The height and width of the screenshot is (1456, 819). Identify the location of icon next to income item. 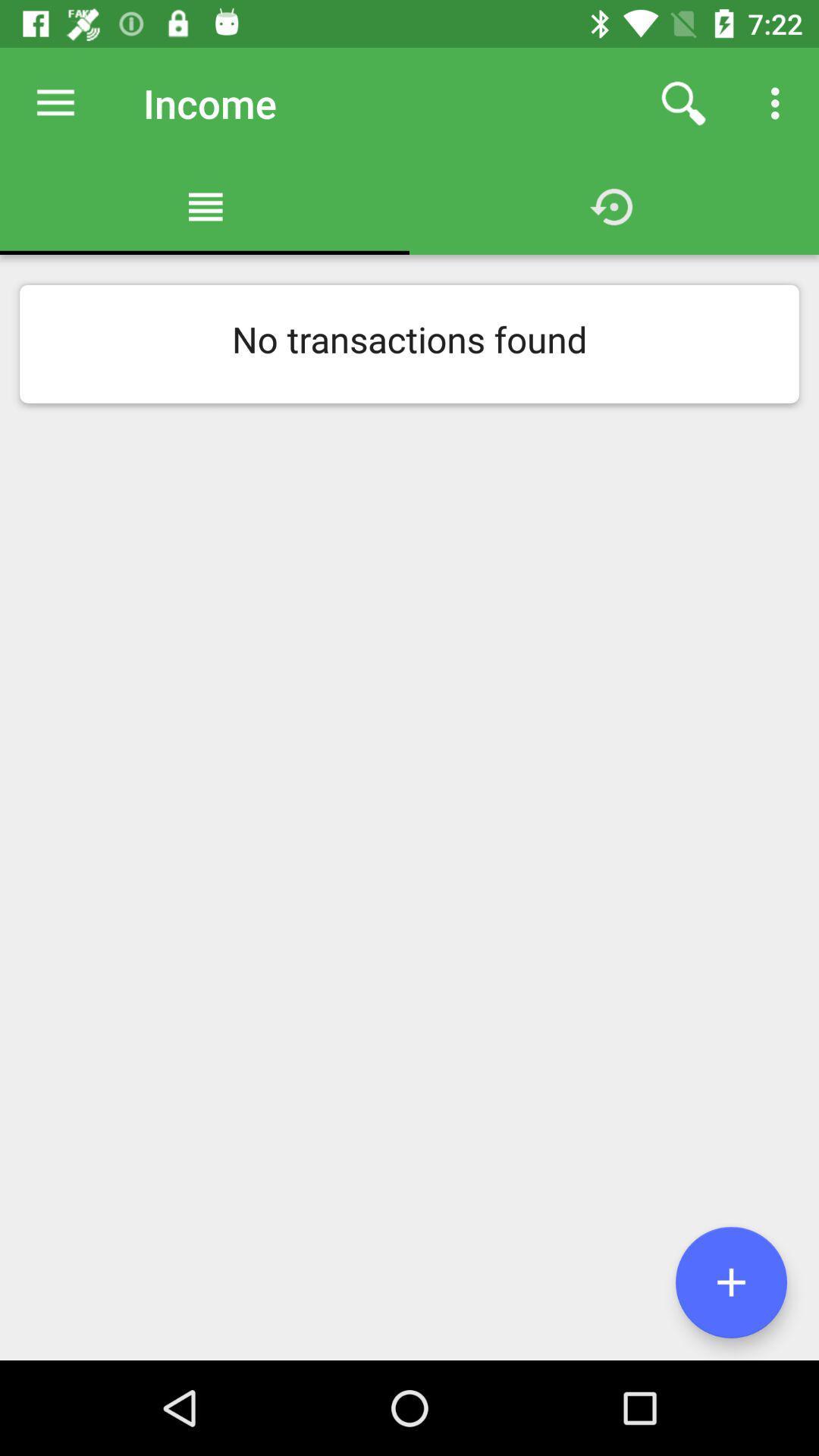
(683, 102).